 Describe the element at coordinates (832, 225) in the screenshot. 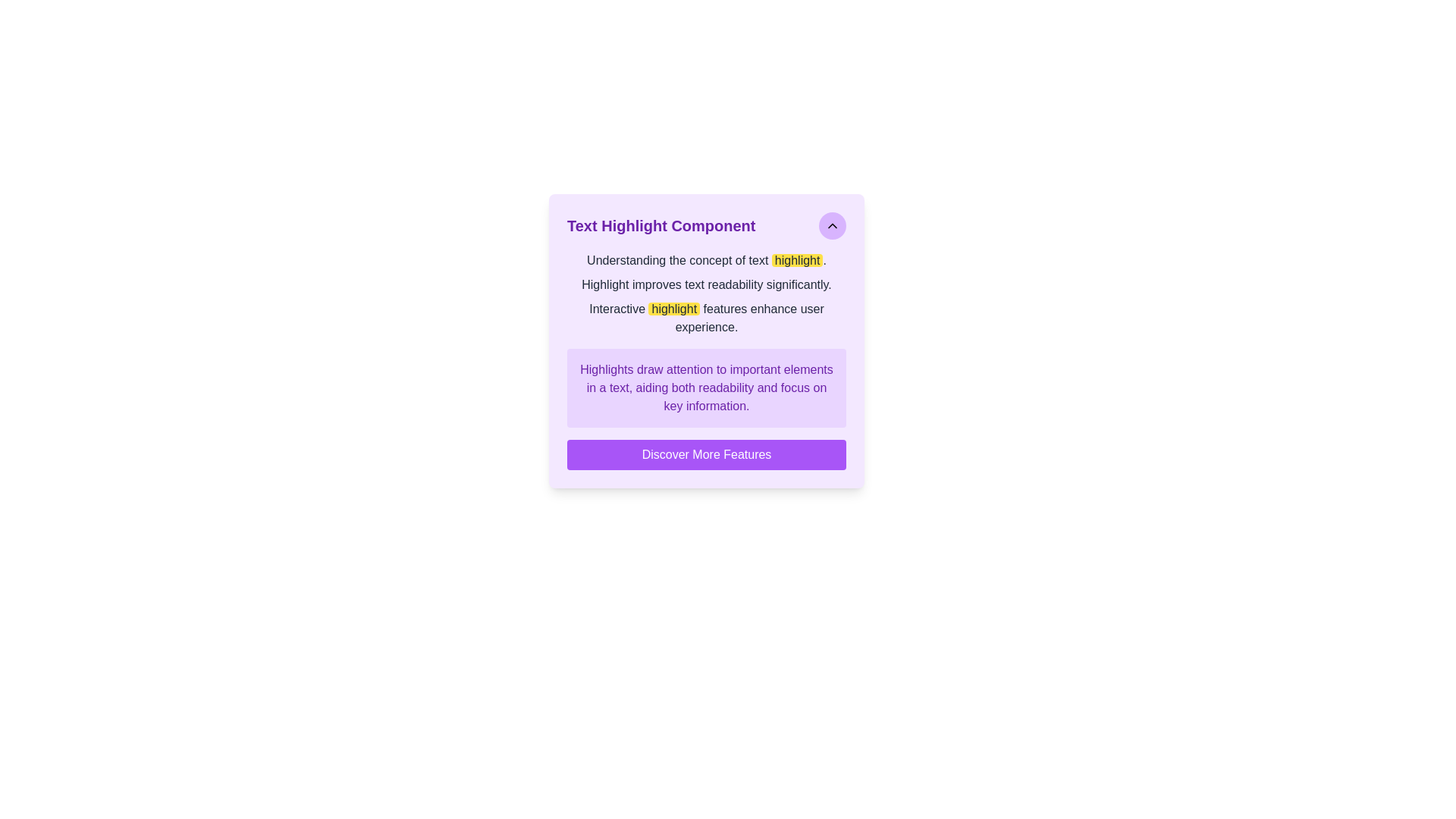

I see `the button located in the top-right section of the 'Text Highlight Component' card` at that location.